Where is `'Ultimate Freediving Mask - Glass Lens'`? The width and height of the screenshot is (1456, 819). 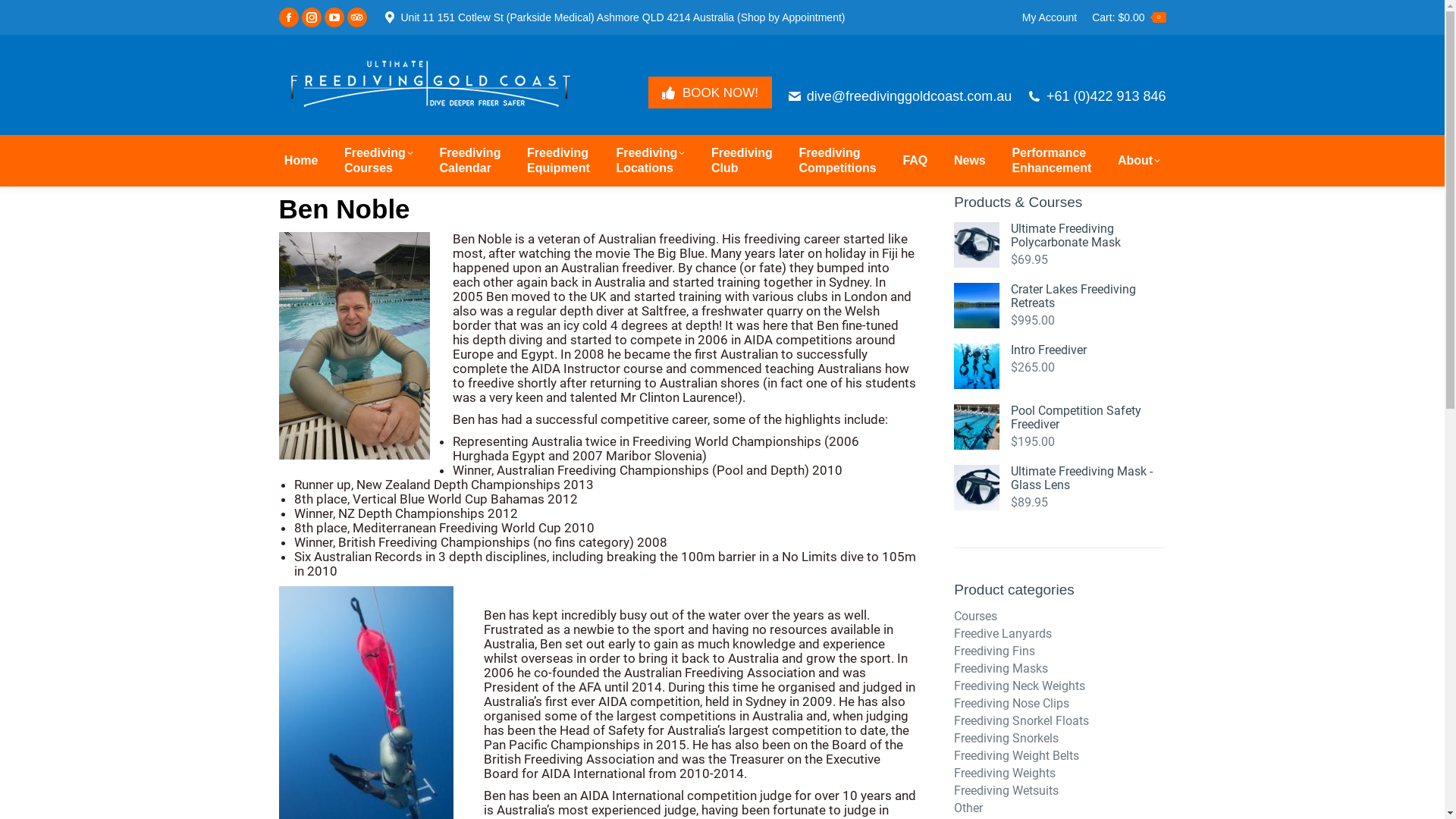
'Ultimate Freediving Mask - Glass Lens' is located at coordinates (1087, 479).